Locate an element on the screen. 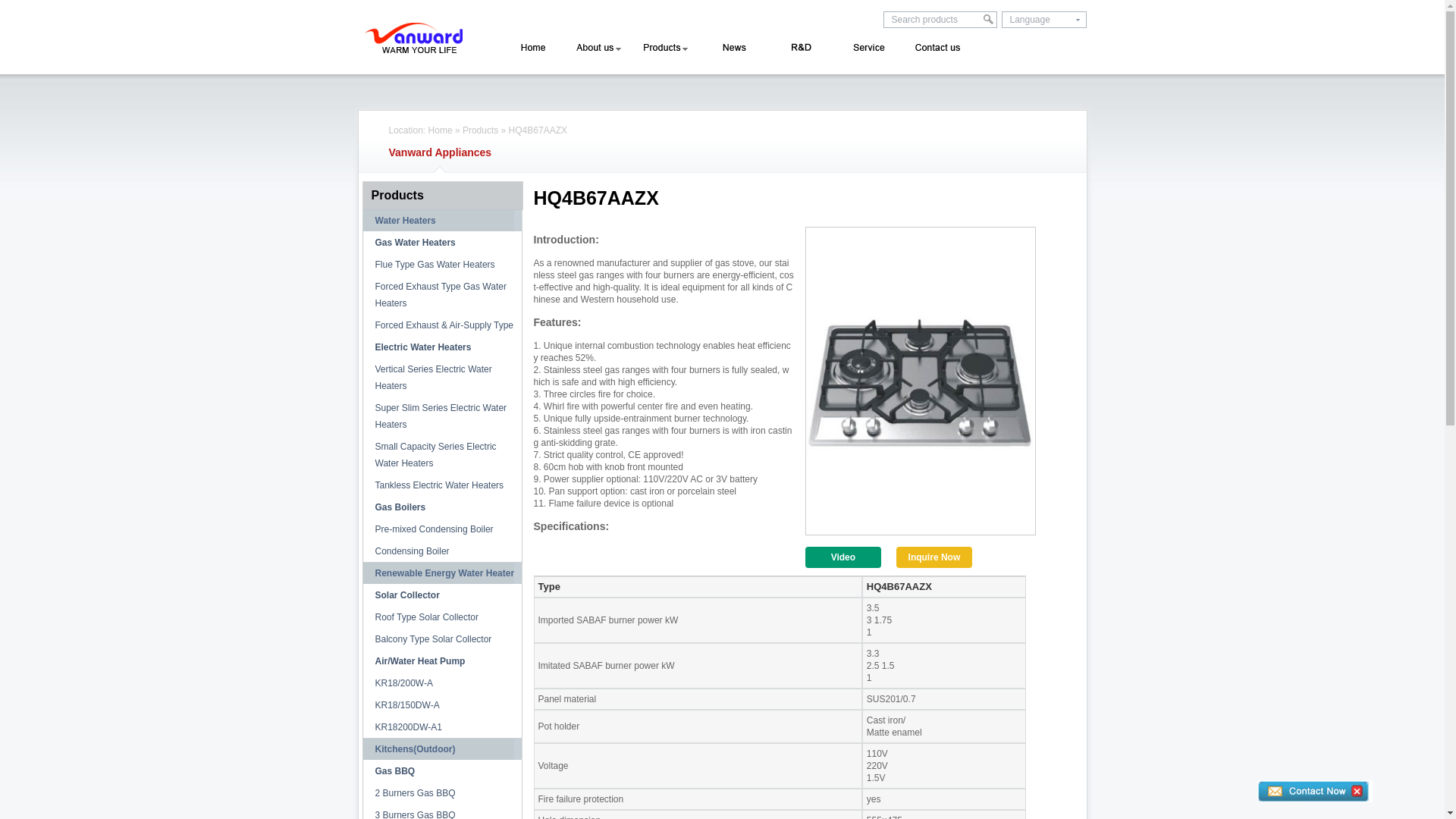 The image size is (1456, 819). 'Balcony Type Solar Collector' is located at coordinates (441, 639).